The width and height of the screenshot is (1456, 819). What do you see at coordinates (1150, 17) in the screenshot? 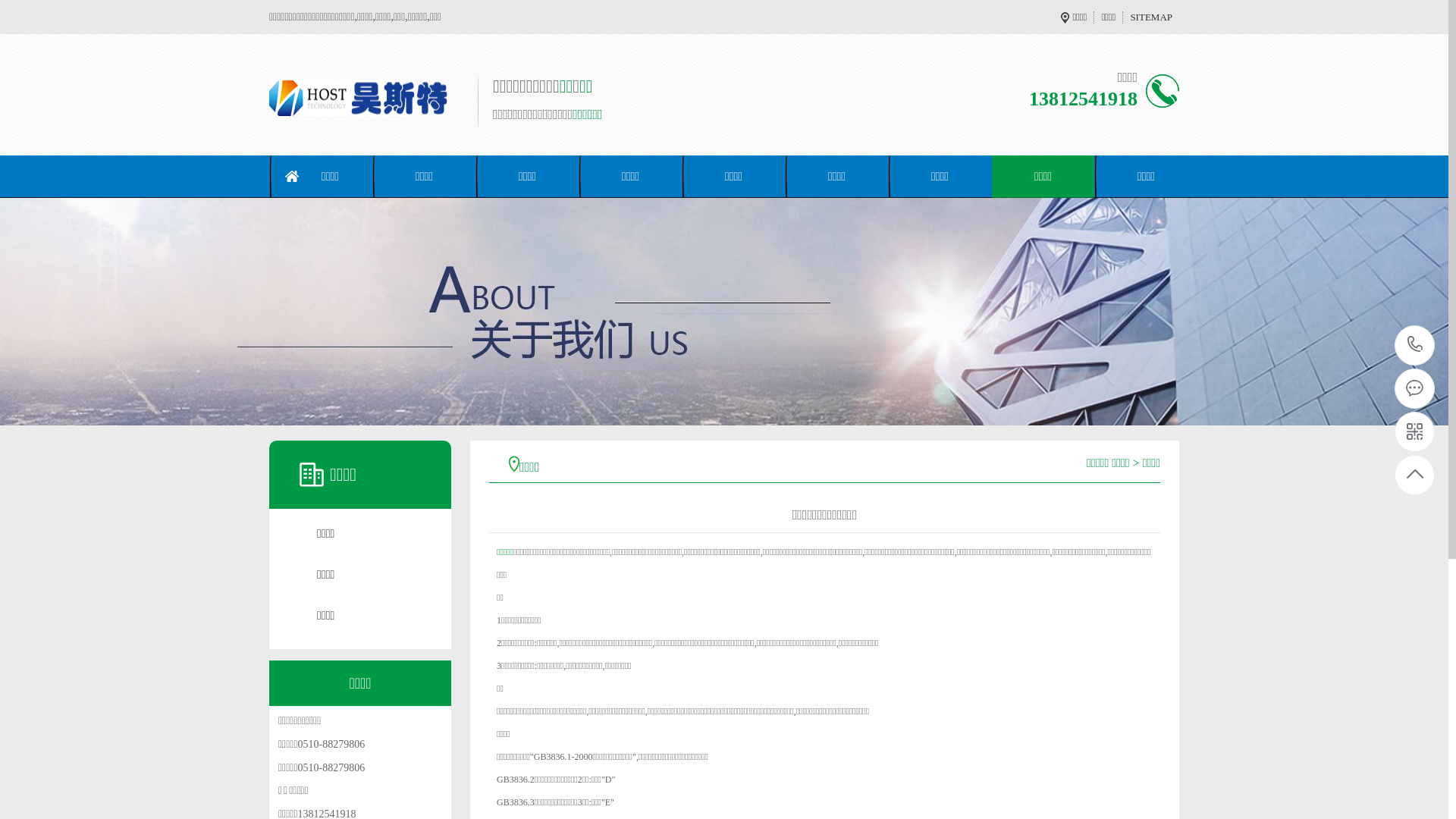
I see `'SITEMAP'` at bounding box center [1150, 17].